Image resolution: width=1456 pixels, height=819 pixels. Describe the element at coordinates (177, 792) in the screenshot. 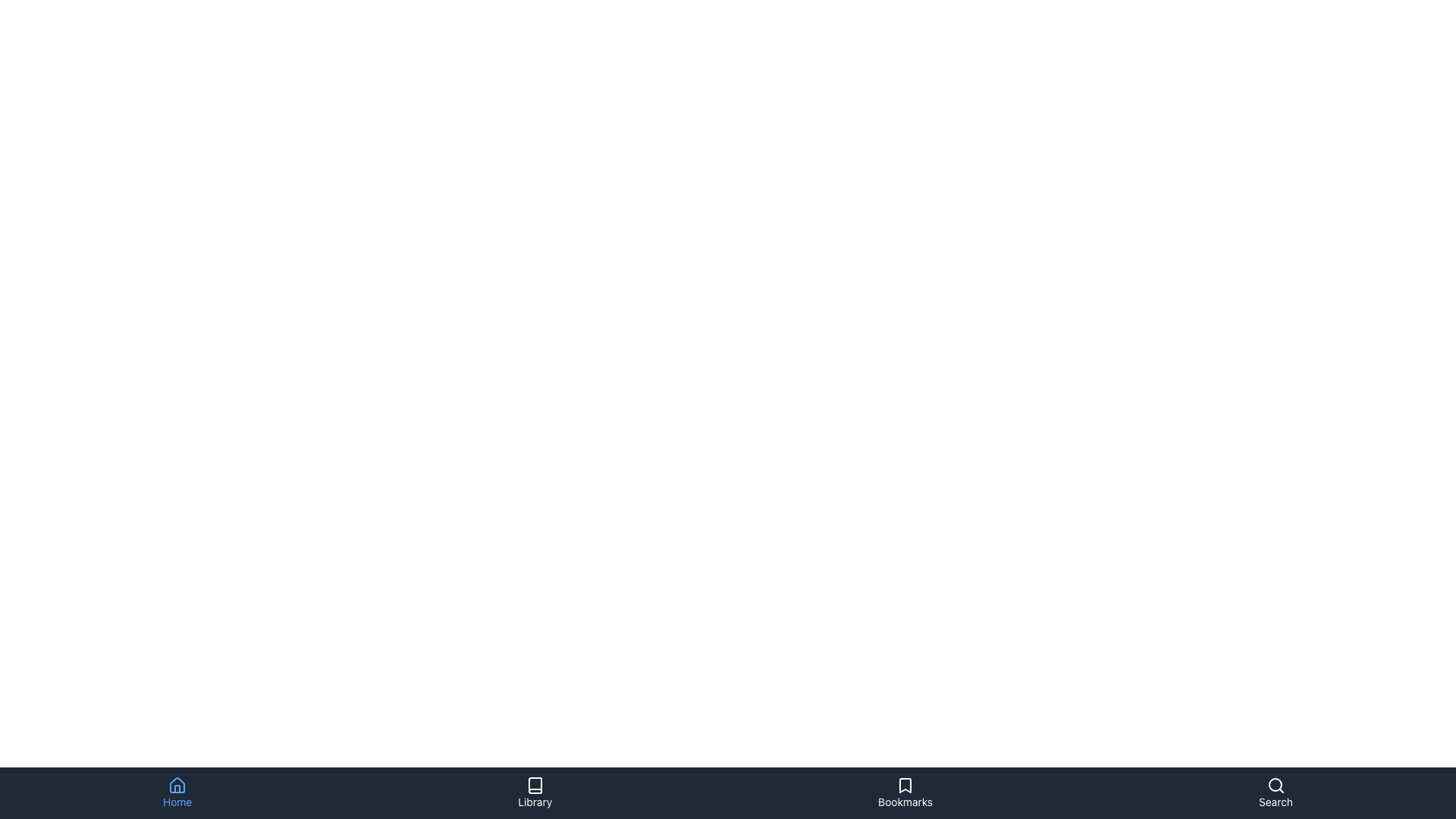

I see `the 'Home' button, which features a blue house icon and is the first item in the bottom navigation bar` at that location.